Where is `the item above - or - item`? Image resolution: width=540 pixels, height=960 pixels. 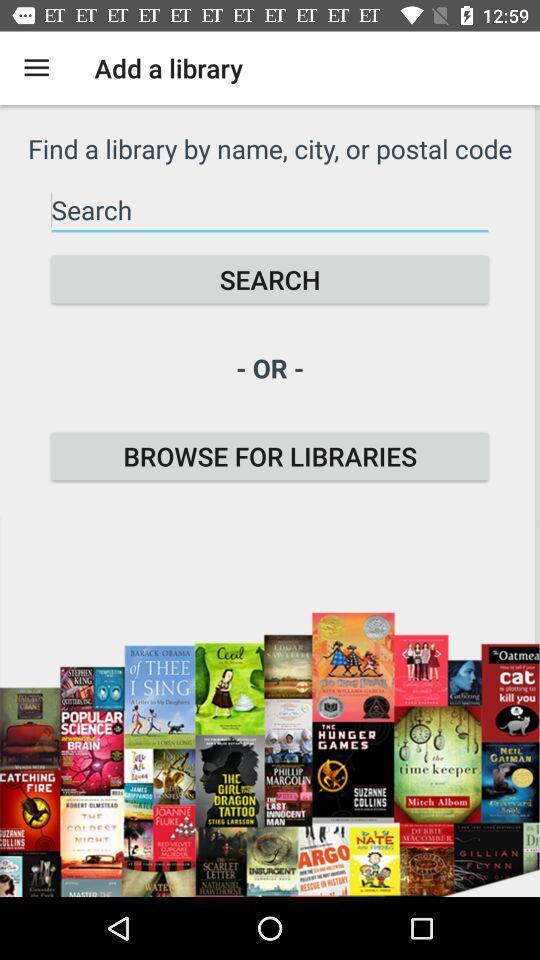
the item above - or - item is located at coordinates (270, 278).